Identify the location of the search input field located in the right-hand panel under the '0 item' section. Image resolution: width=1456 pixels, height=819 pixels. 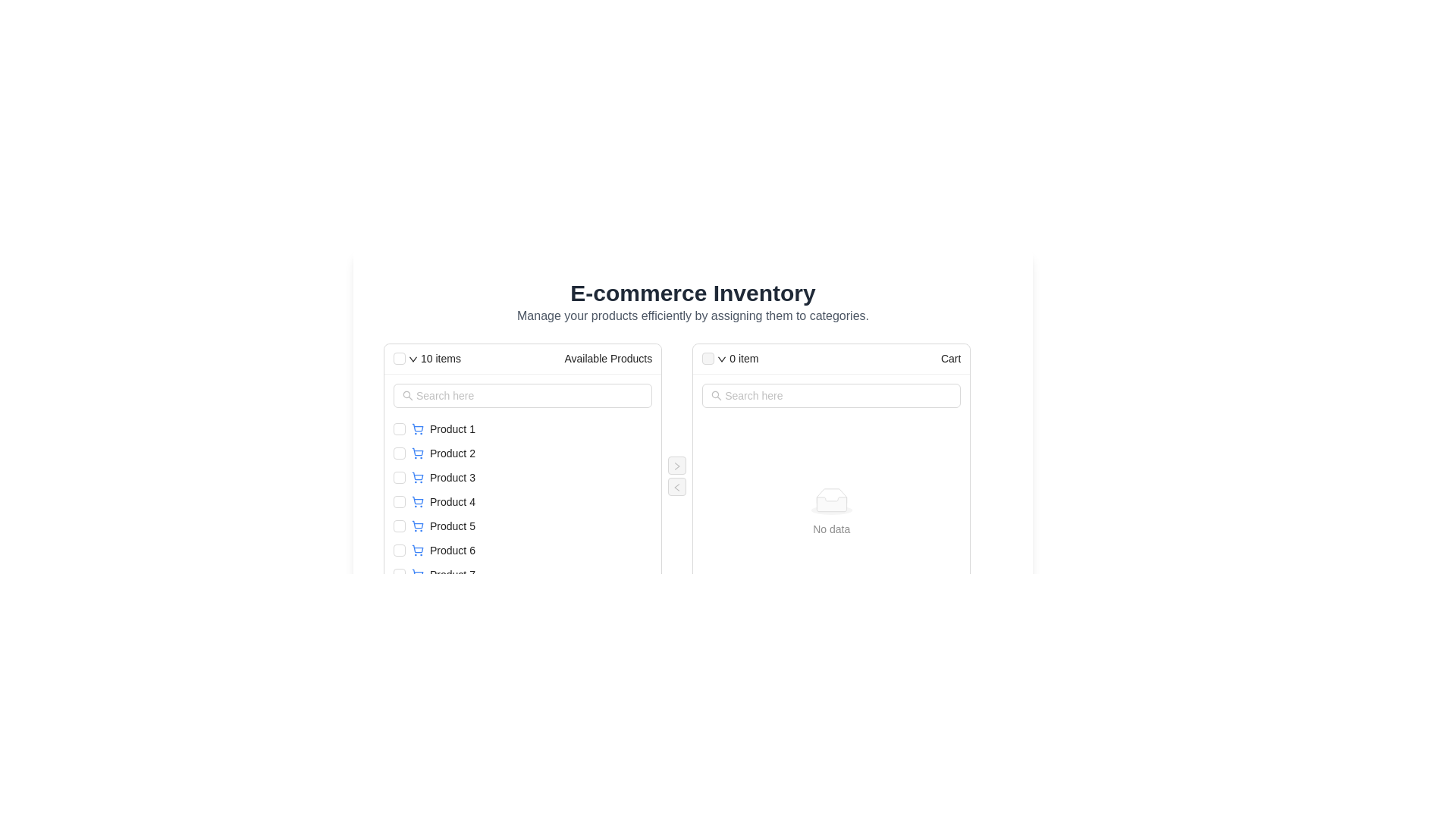
(831, 394).